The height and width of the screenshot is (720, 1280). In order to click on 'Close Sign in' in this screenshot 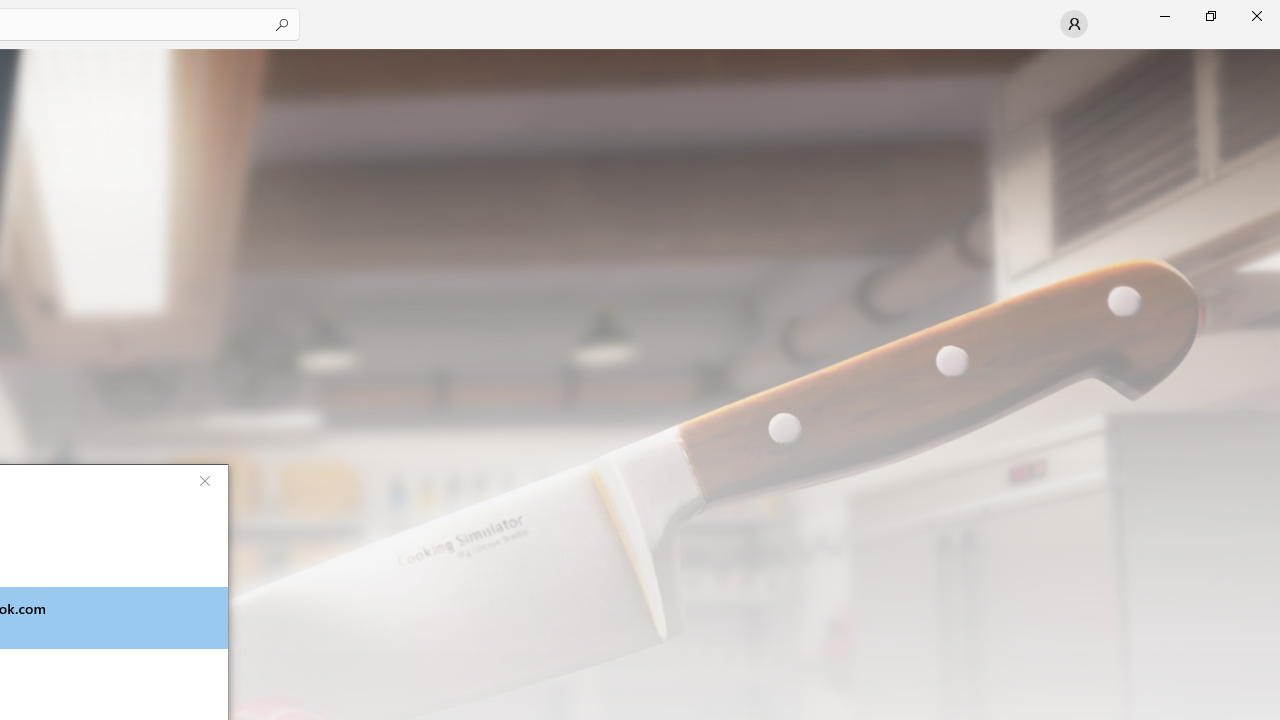, I will do `click(204, 480)`.